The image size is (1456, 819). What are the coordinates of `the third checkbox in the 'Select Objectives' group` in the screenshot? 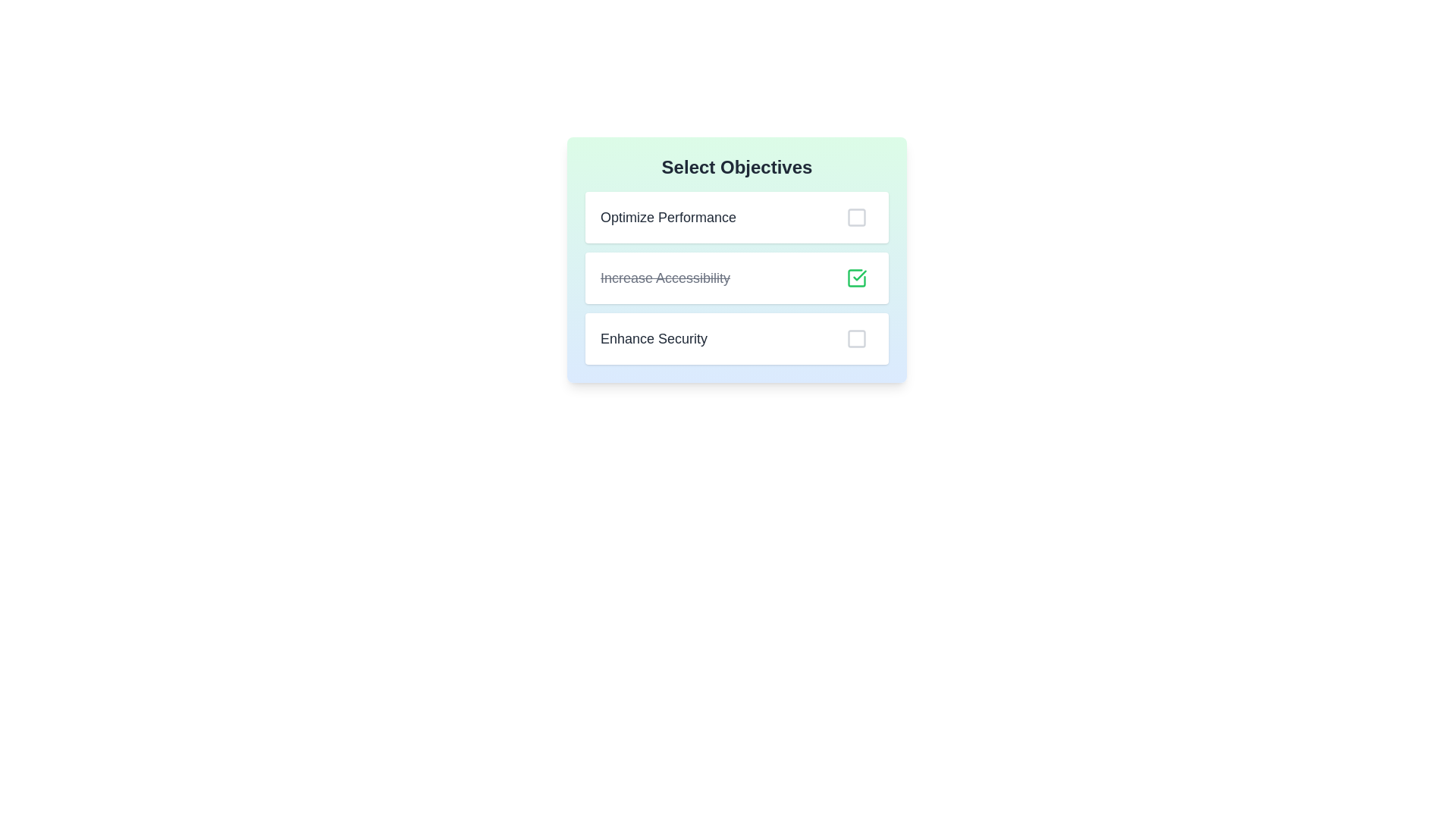 It's located at (856, 338).